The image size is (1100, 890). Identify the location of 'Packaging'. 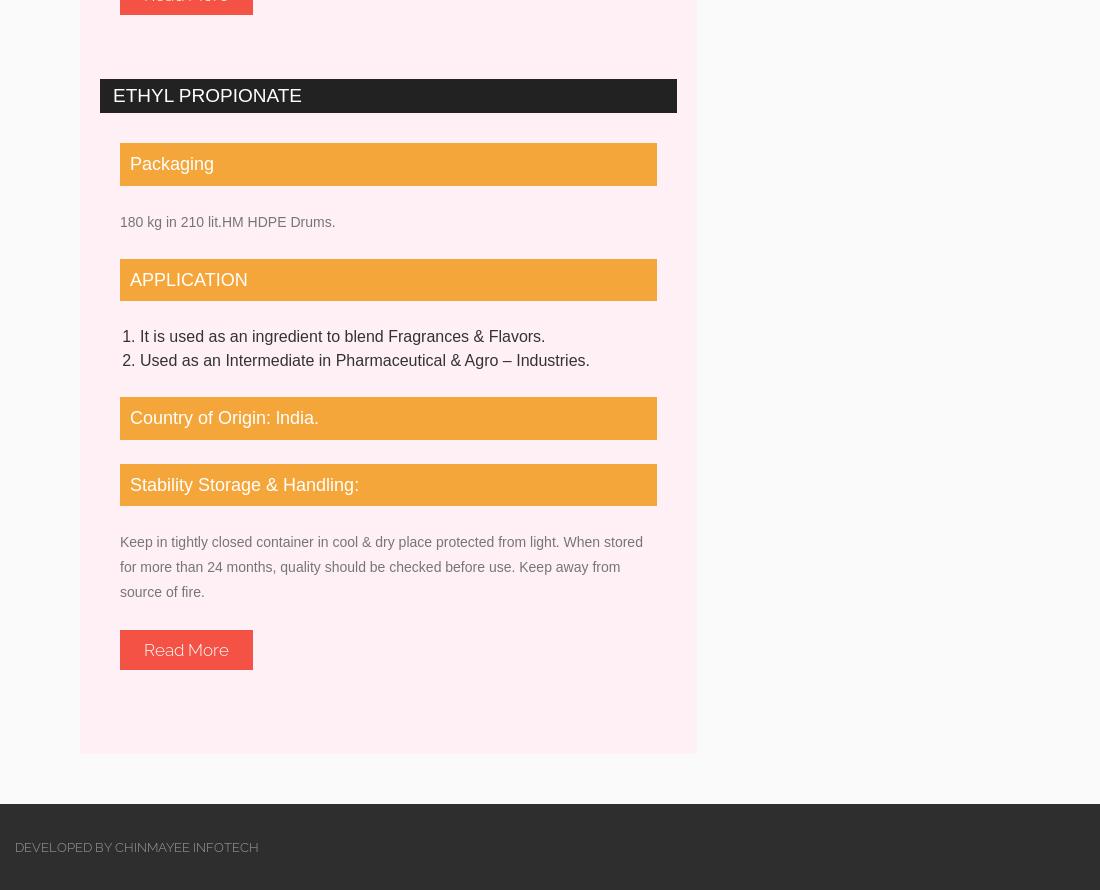
(171, 164).